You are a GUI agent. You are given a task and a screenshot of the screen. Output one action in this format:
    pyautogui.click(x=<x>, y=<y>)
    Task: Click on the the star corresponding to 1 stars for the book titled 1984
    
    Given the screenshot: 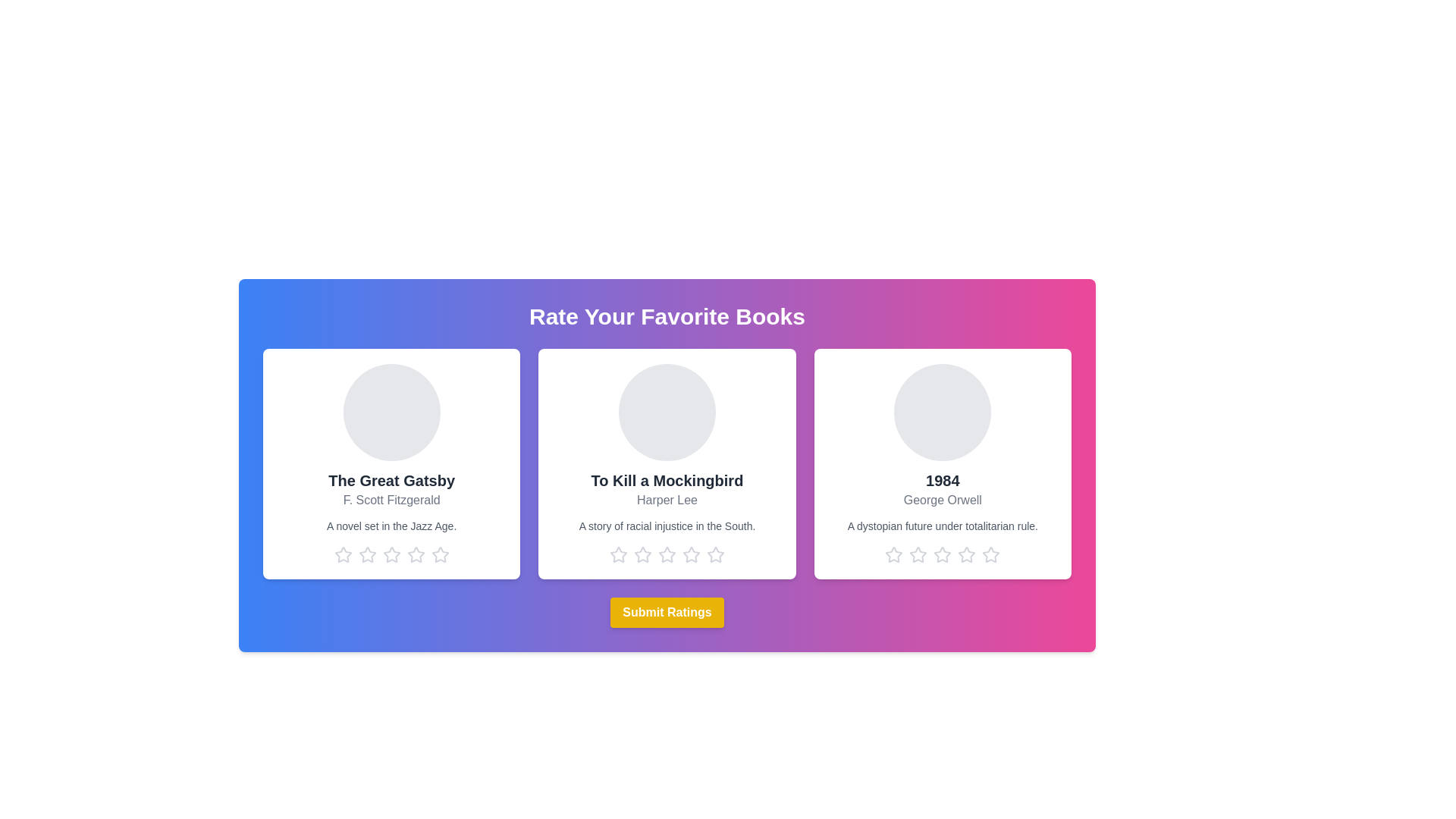 What is the action you would take?
    pyautogui.click(x=894, y=555)
    